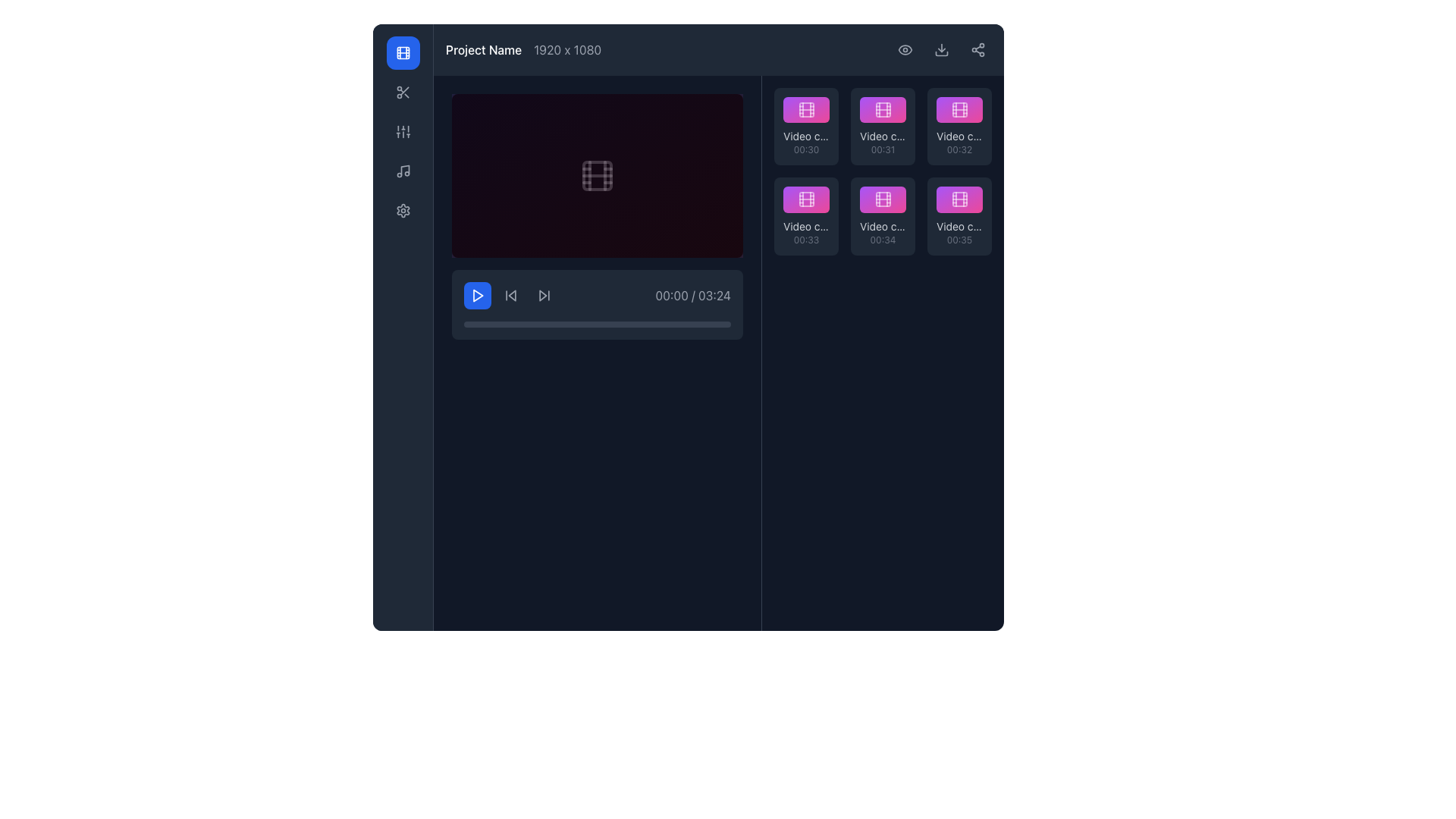 This screenshot has width=1456, height=819. Describe the element at coordinates (805, 109) in the screenshot. I see `the visual representation of the rectangle with rounded corners that is part of the film reel icon located on the left side of the icon within the SVG graphic element` at that location.